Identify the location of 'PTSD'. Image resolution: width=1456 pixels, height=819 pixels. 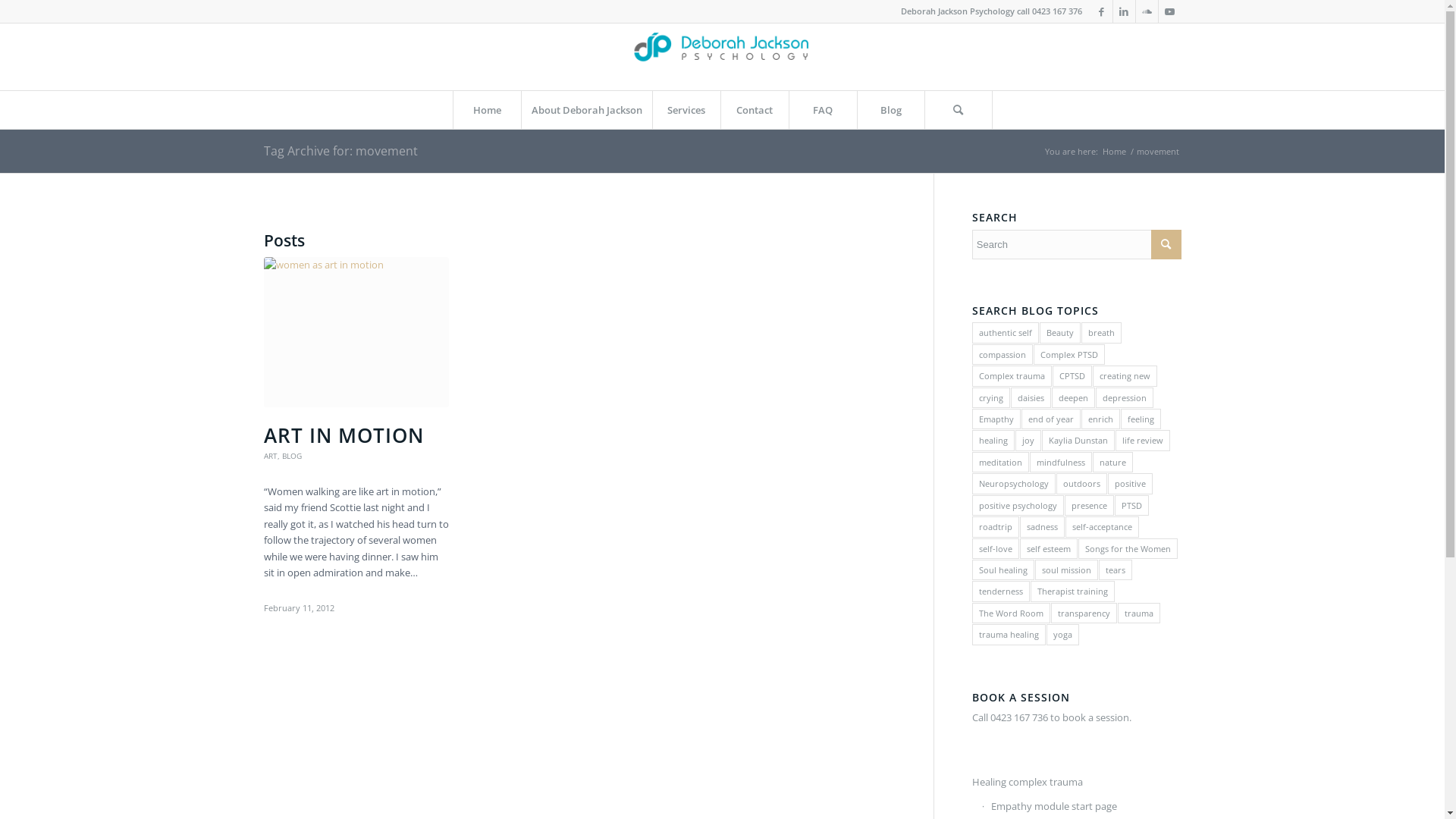
(1131, 505).